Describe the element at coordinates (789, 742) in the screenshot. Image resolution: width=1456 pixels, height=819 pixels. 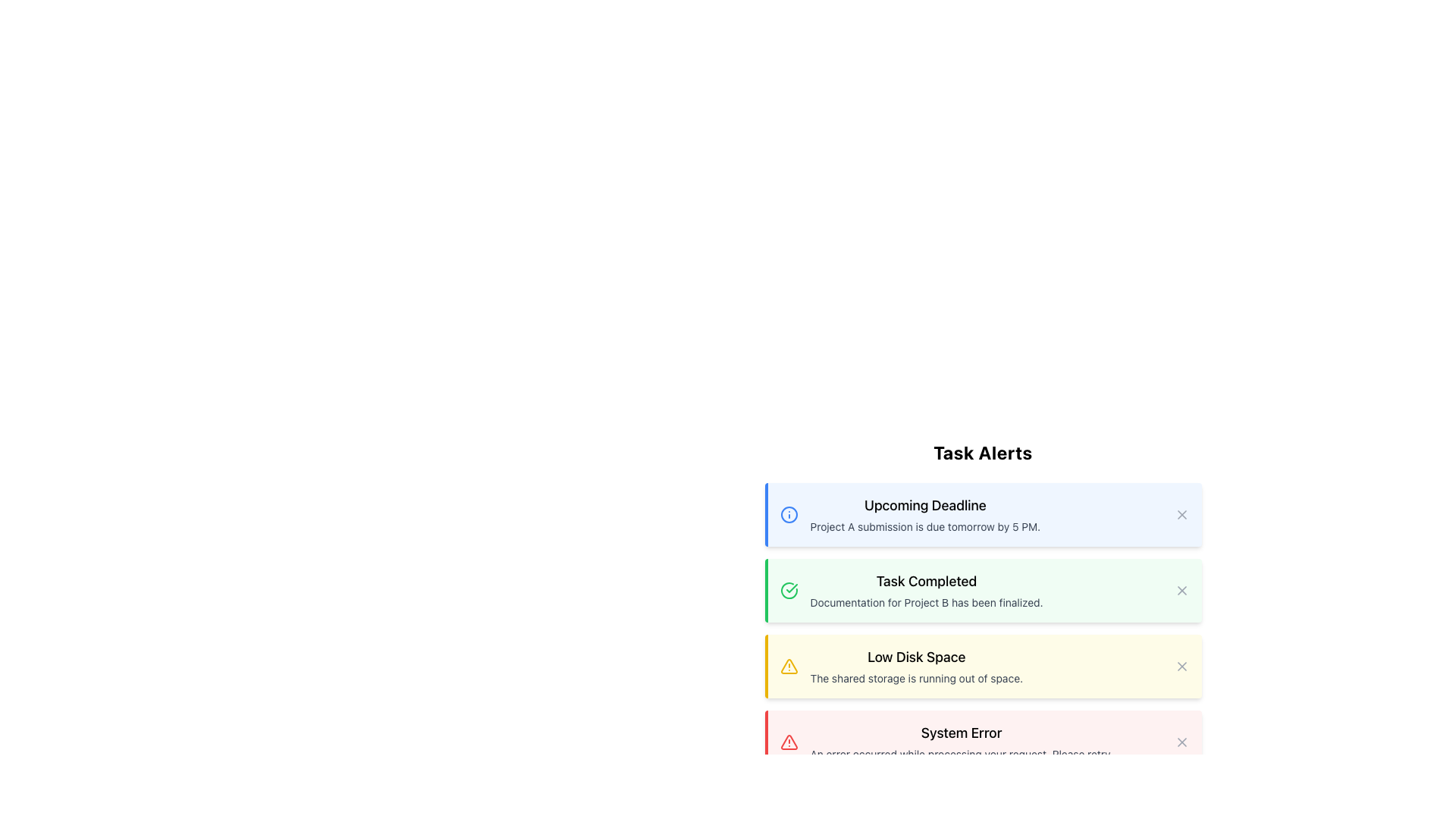
I see `the error alert icon located on the left side of the 'System Error' message in the 'Task Alerts' section` at that location.